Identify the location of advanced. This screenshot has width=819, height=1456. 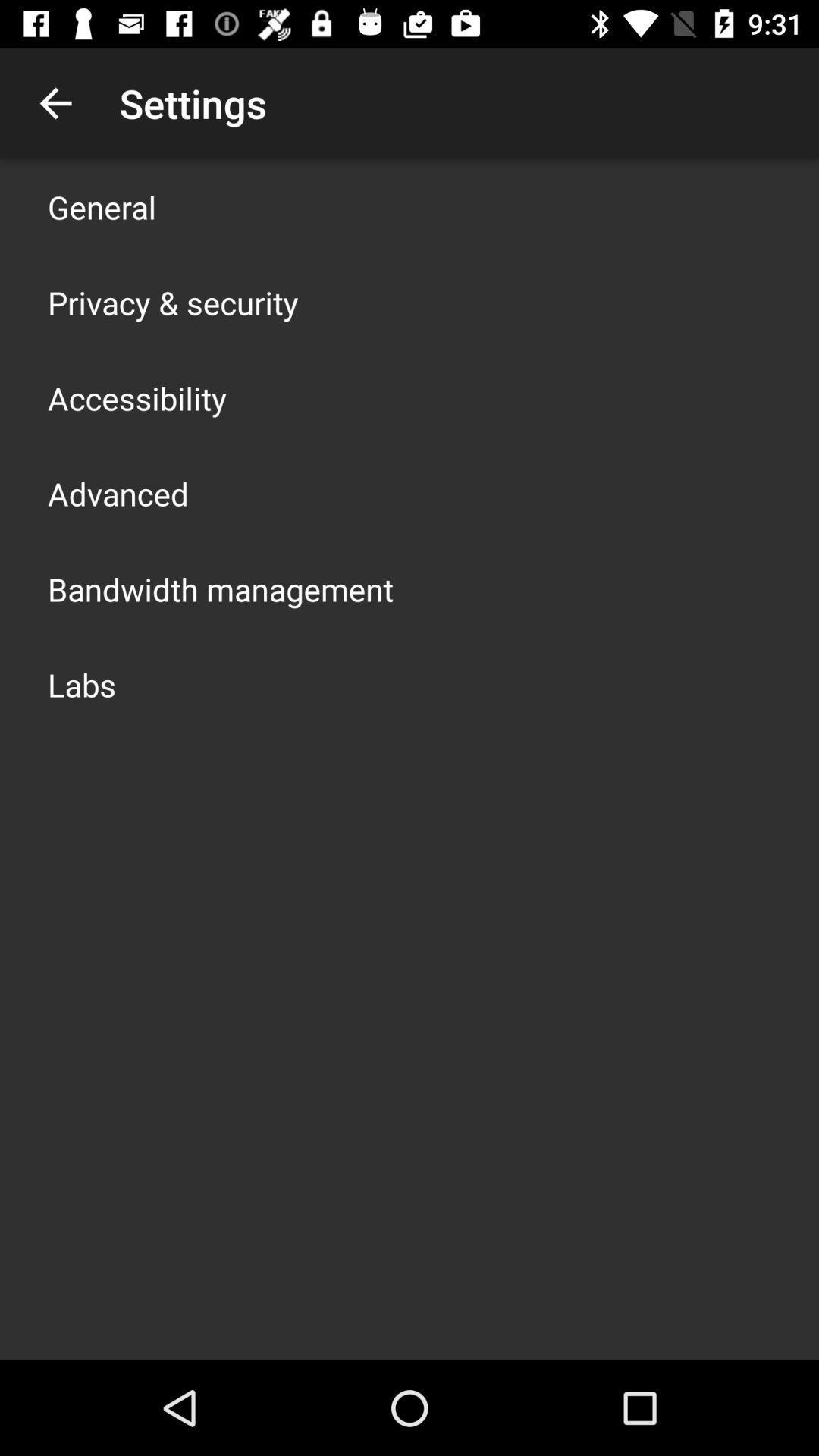
(117, 494).